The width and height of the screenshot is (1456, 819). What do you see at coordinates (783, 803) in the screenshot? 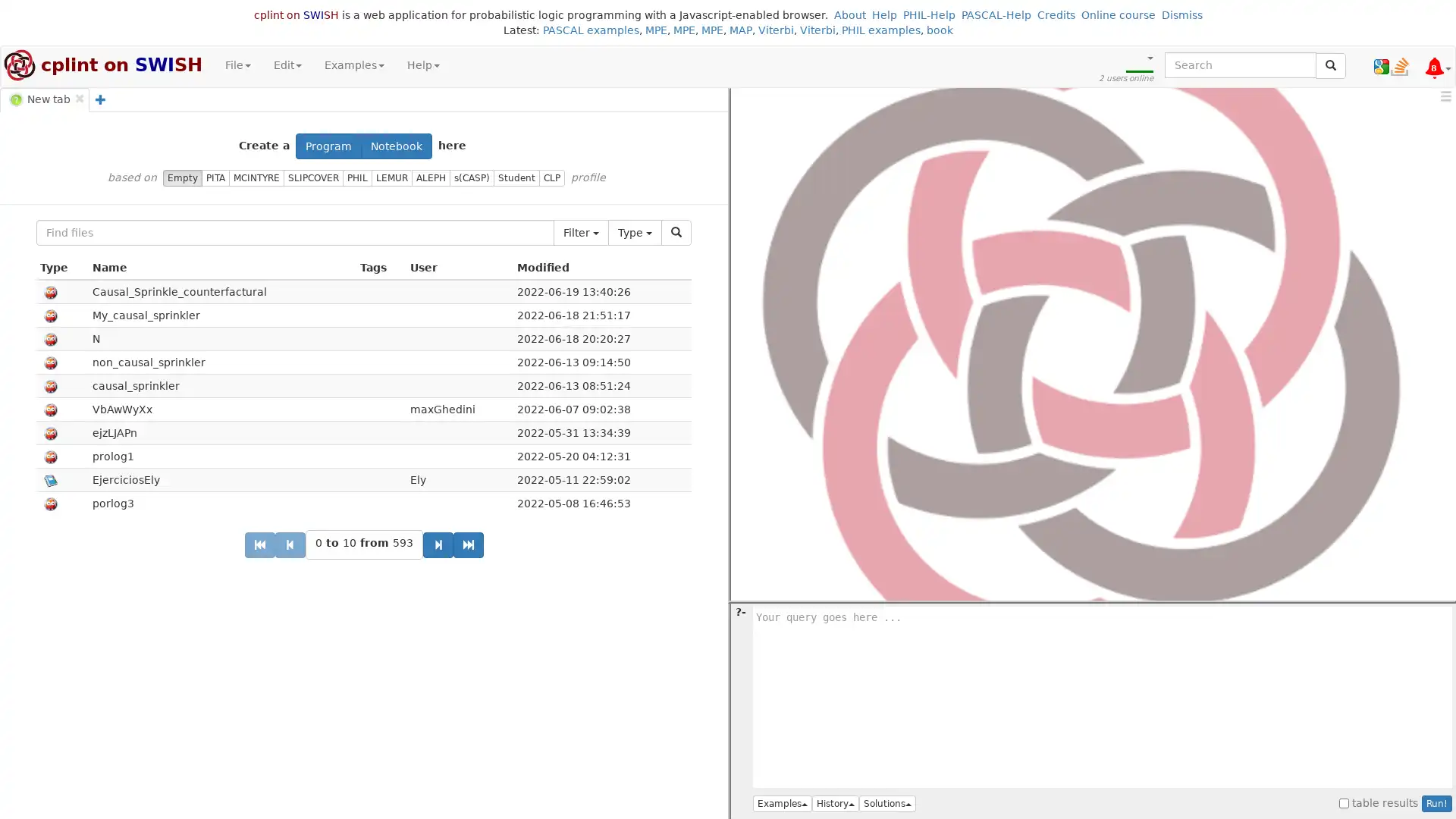
I see `Examples` at bounding box center [783, 803].